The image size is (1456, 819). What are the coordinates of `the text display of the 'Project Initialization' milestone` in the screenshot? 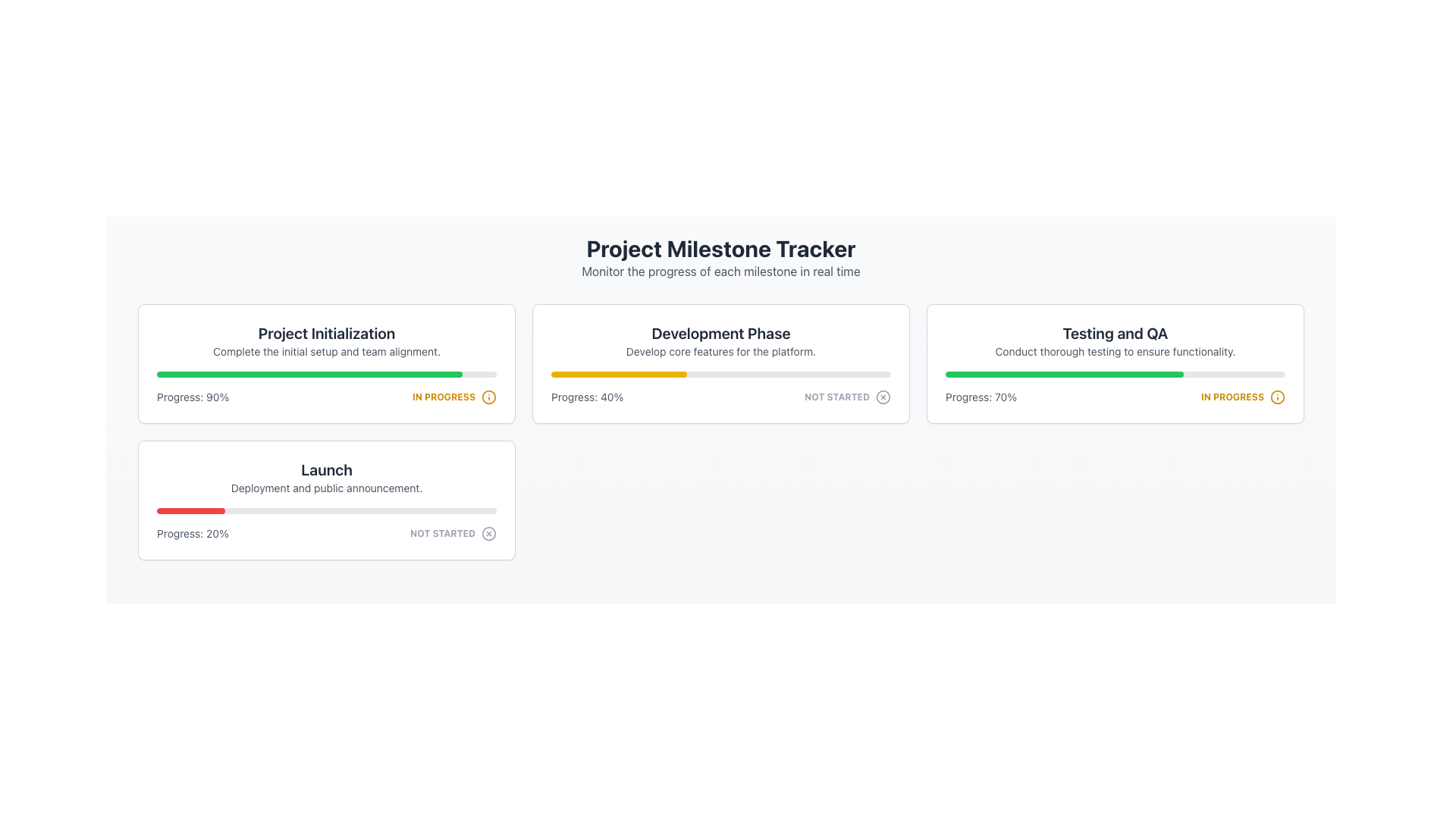 It's located at (326, 341).